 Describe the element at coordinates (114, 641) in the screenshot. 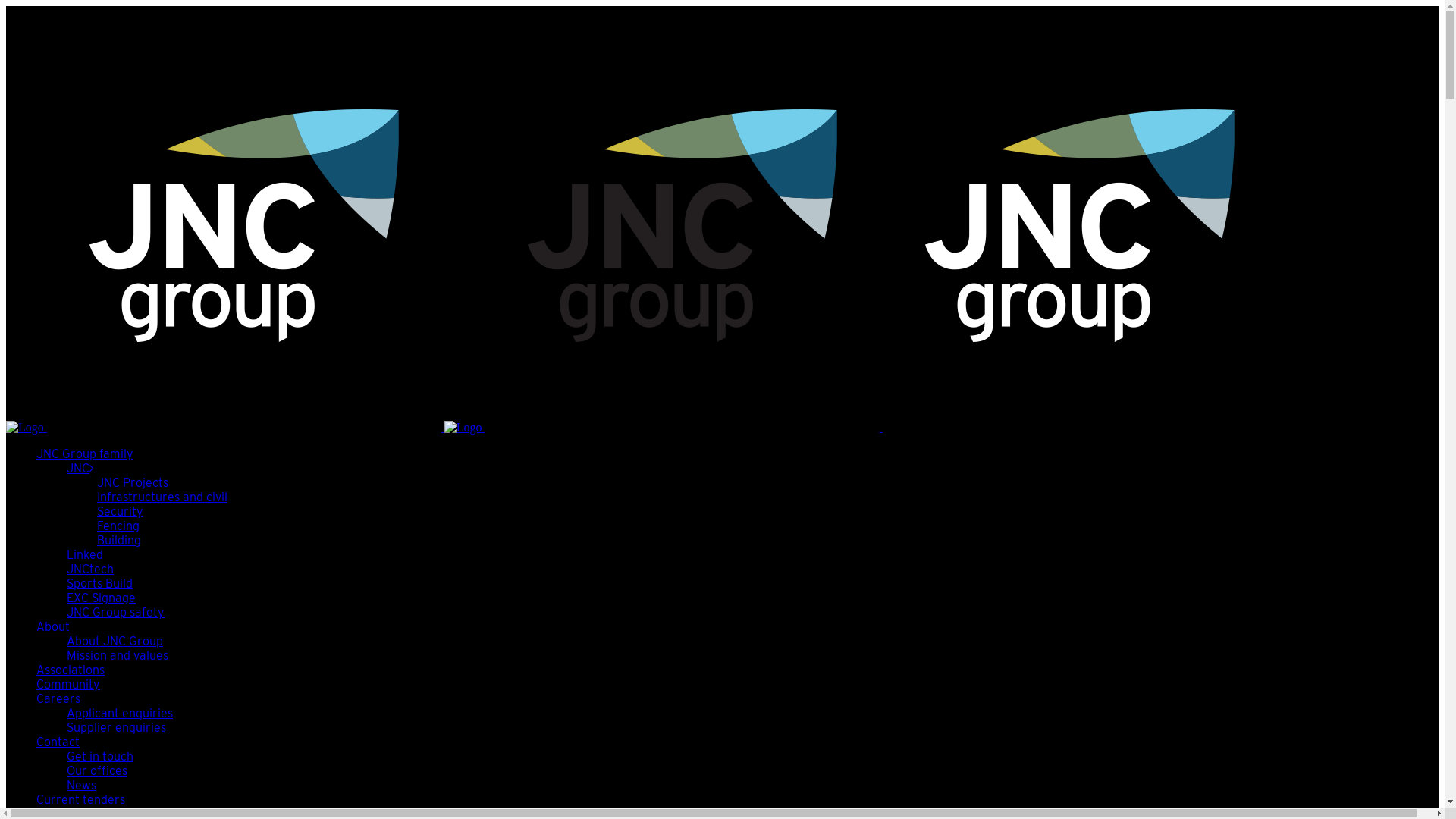

I see `'About JNC Group'` at that location.